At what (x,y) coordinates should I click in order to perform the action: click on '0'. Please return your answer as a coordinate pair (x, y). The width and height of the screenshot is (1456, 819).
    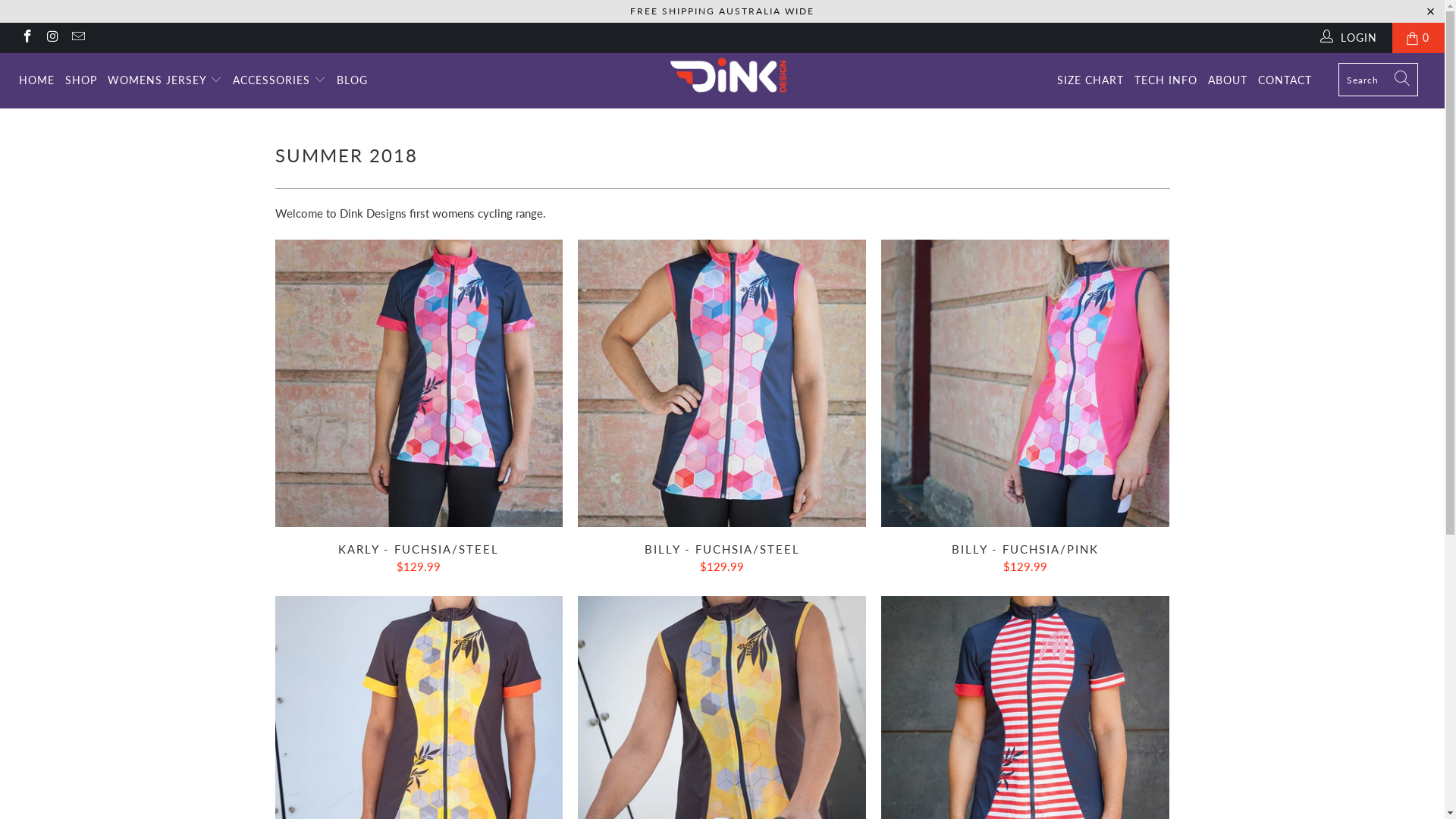
    Looking at the image, I should click on (1417, 37).